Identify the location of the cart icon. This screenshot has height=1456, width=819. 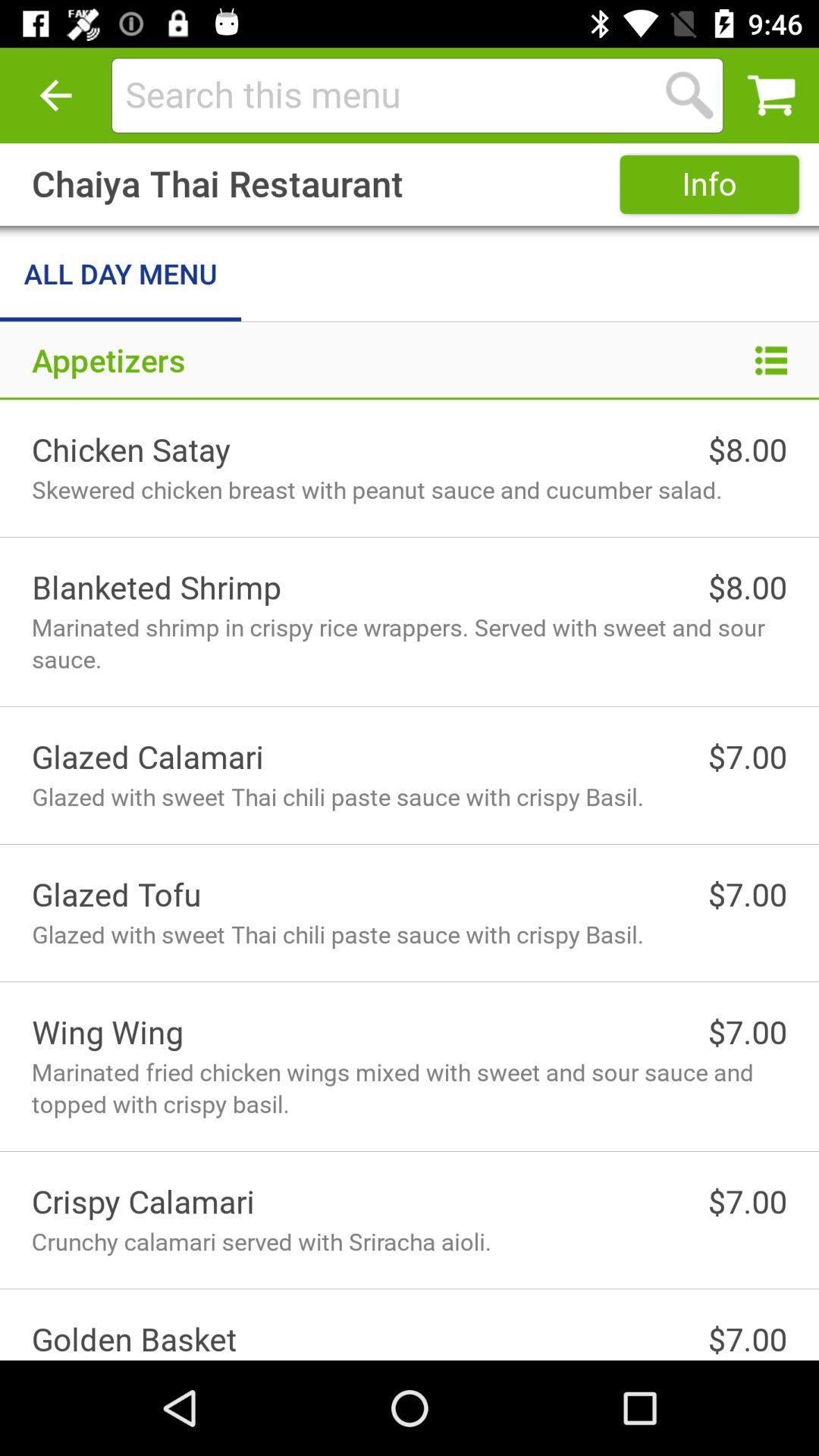
(771, 94).